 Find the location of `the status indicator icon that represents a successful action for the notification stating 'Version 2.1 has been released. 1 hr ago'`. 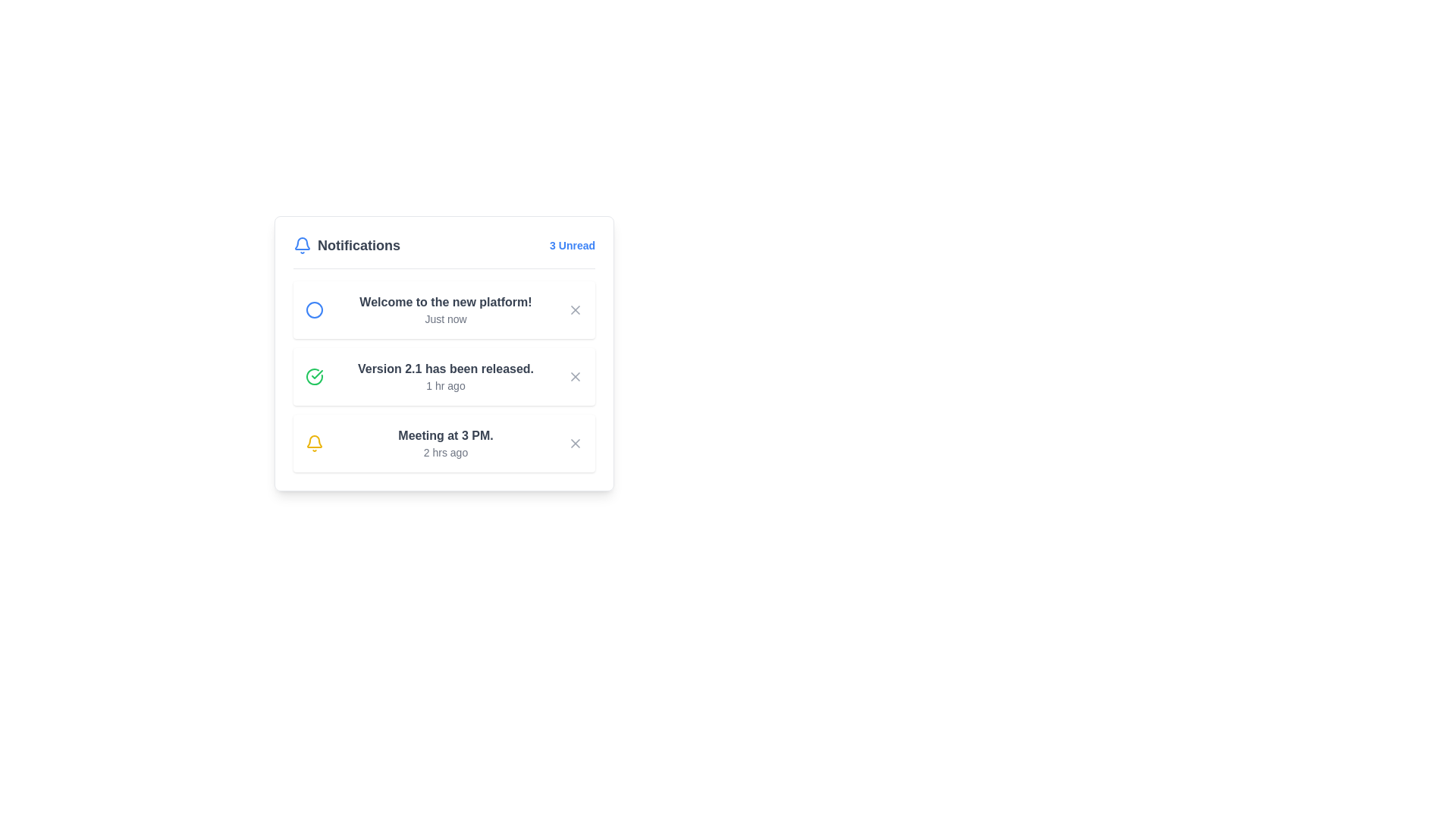

the status indicator icon that represents a successful action for the notification stating 'Version 2.1 has been released. 1 hr ago' is located at coordinates (313, 376).